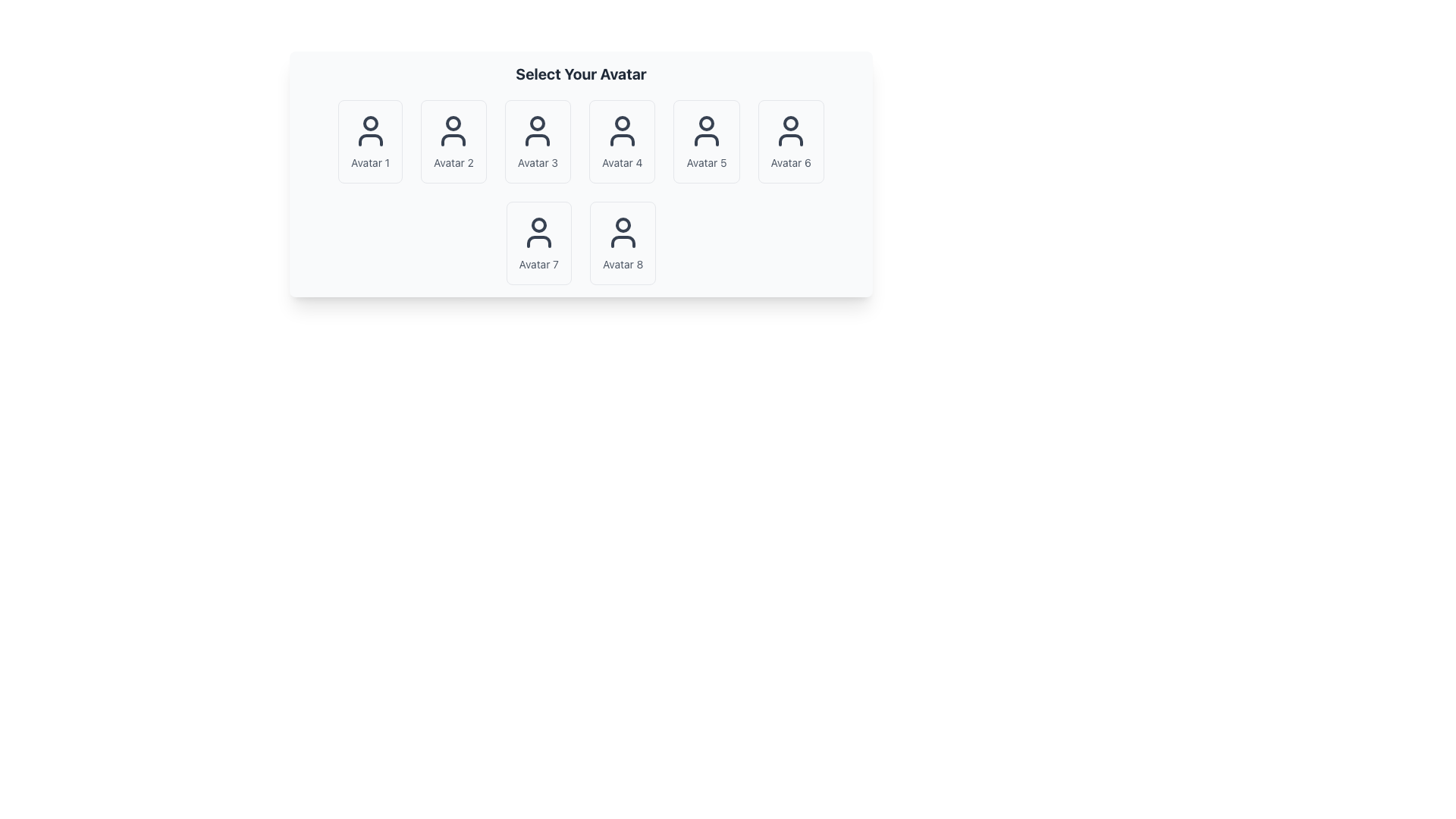 The image size is (1456, 819). Describe the element at coordinates (623, 241) in the screenshot. I see `the graphical icon element resembling the bust of a person located in the eighth item of the user avatar selection grid` at that location.